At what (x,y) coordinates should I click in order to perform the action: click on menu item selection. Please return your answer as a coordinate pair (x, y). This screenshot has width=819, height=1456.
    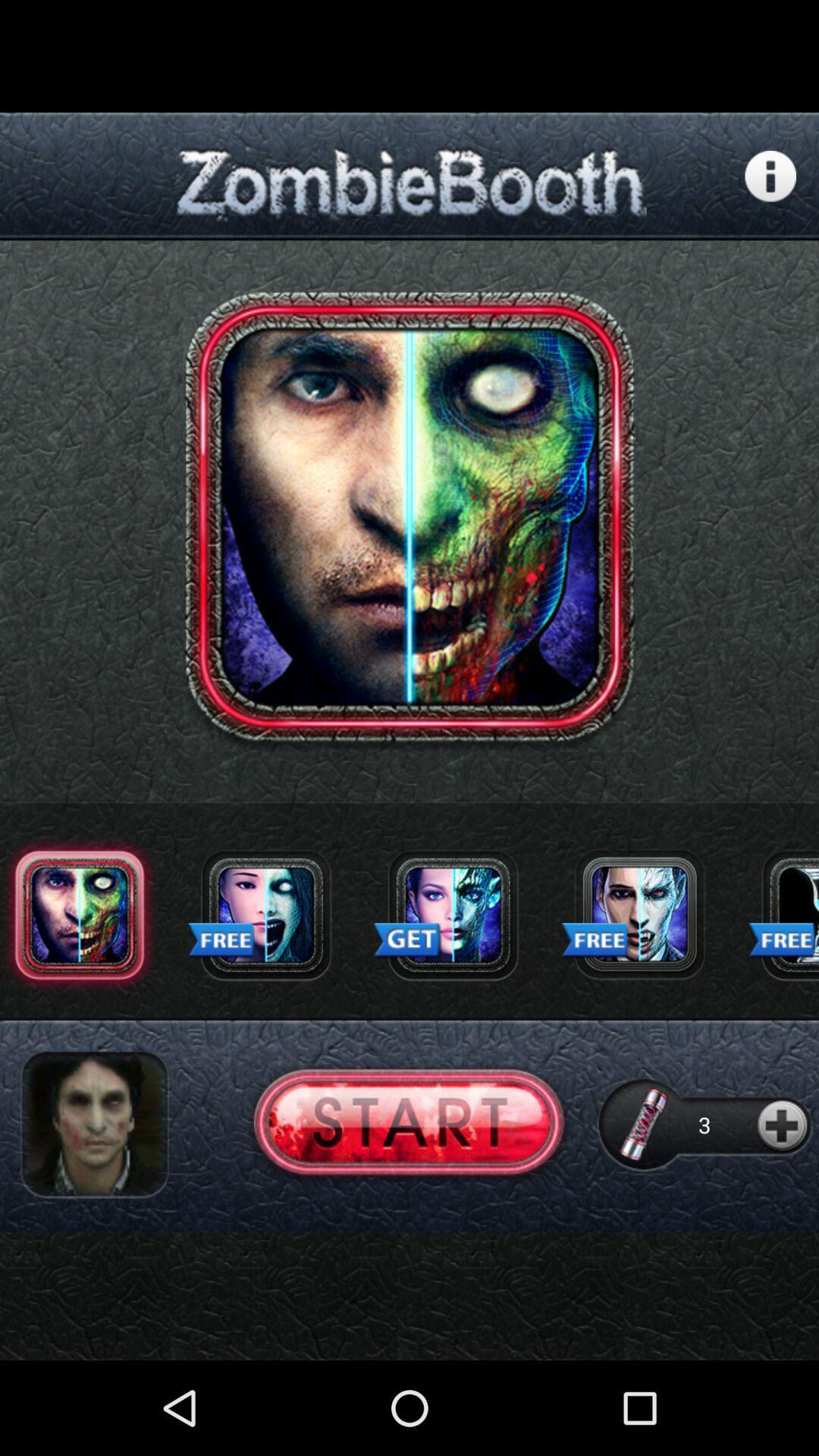
    Looking at the image, I should click on (783, 914).